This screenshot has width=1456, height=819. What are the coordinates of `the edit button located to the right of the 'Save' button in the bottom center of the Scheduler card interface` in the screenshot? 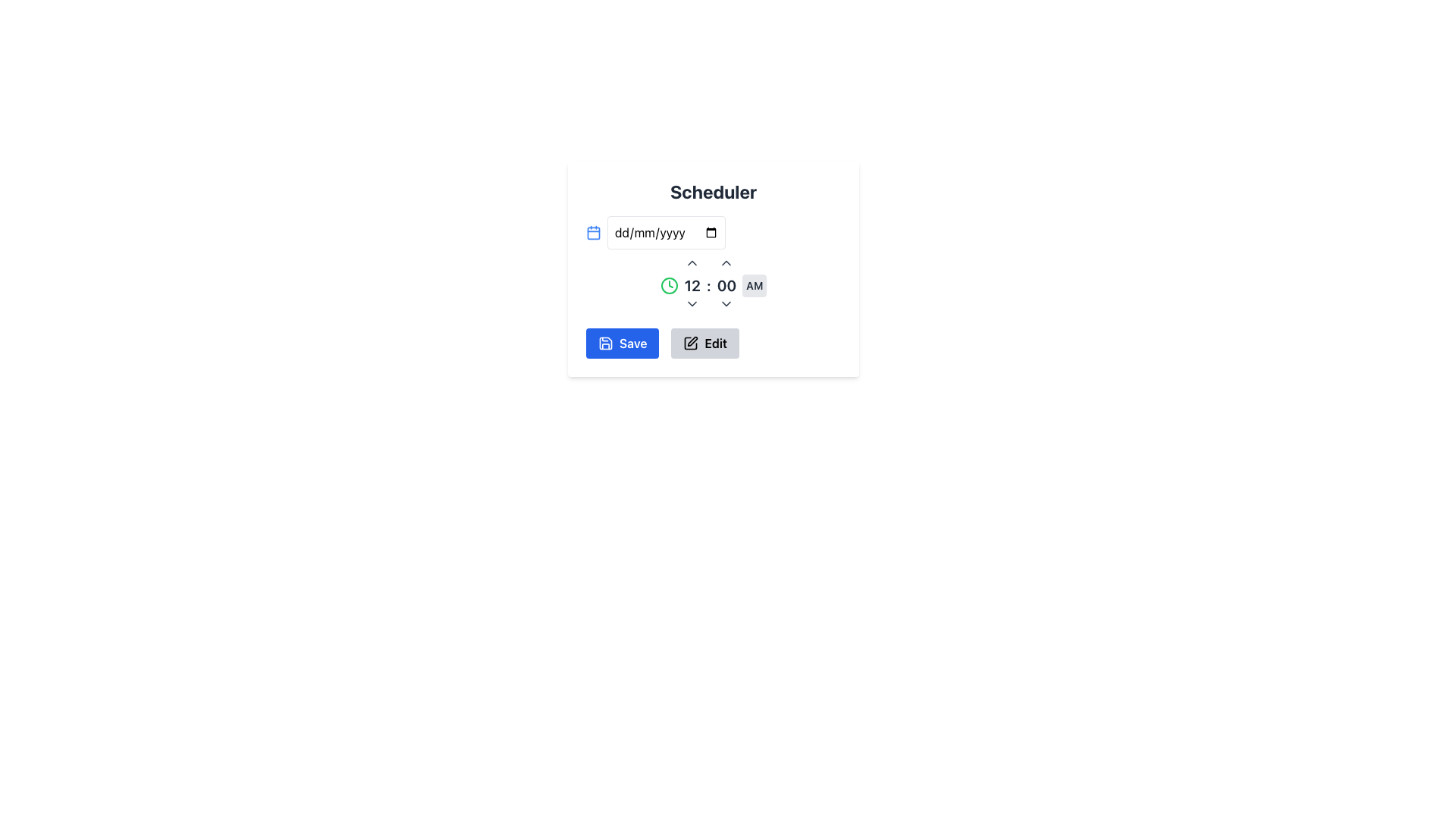 It's located at (704, 343).